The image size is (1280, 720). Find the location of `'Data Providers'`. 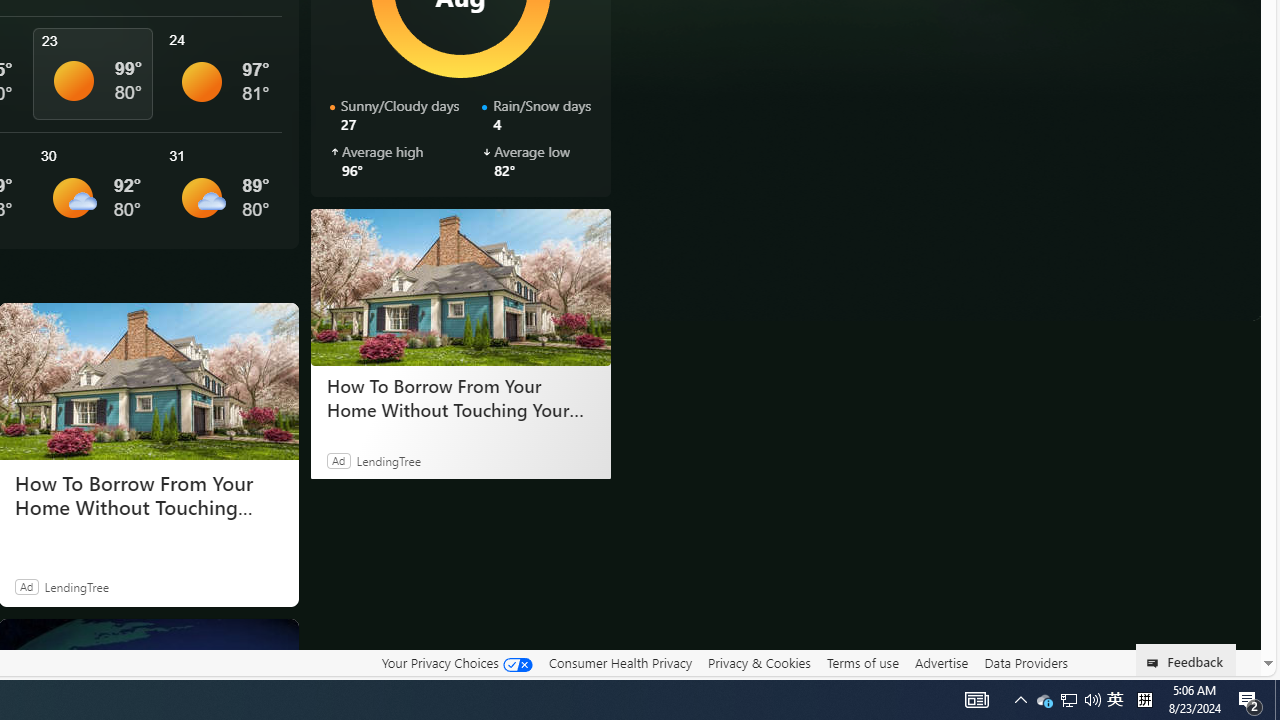

'Data Providers' is located at coordinates (1025, 662).